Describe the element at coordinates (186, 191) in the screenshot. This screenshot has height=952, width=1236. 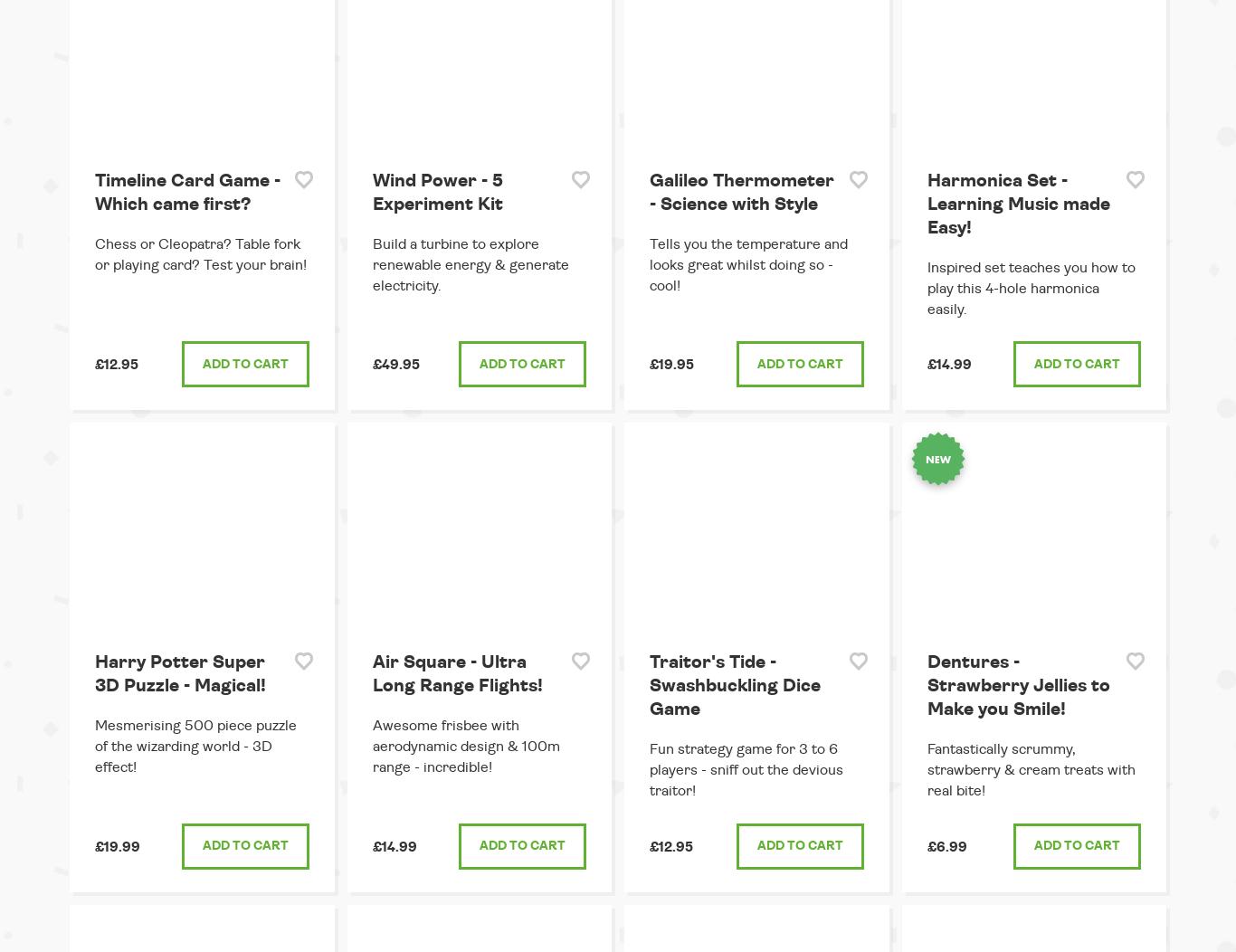
I see `'Timeline Card Game - Which came first?'` at that location.